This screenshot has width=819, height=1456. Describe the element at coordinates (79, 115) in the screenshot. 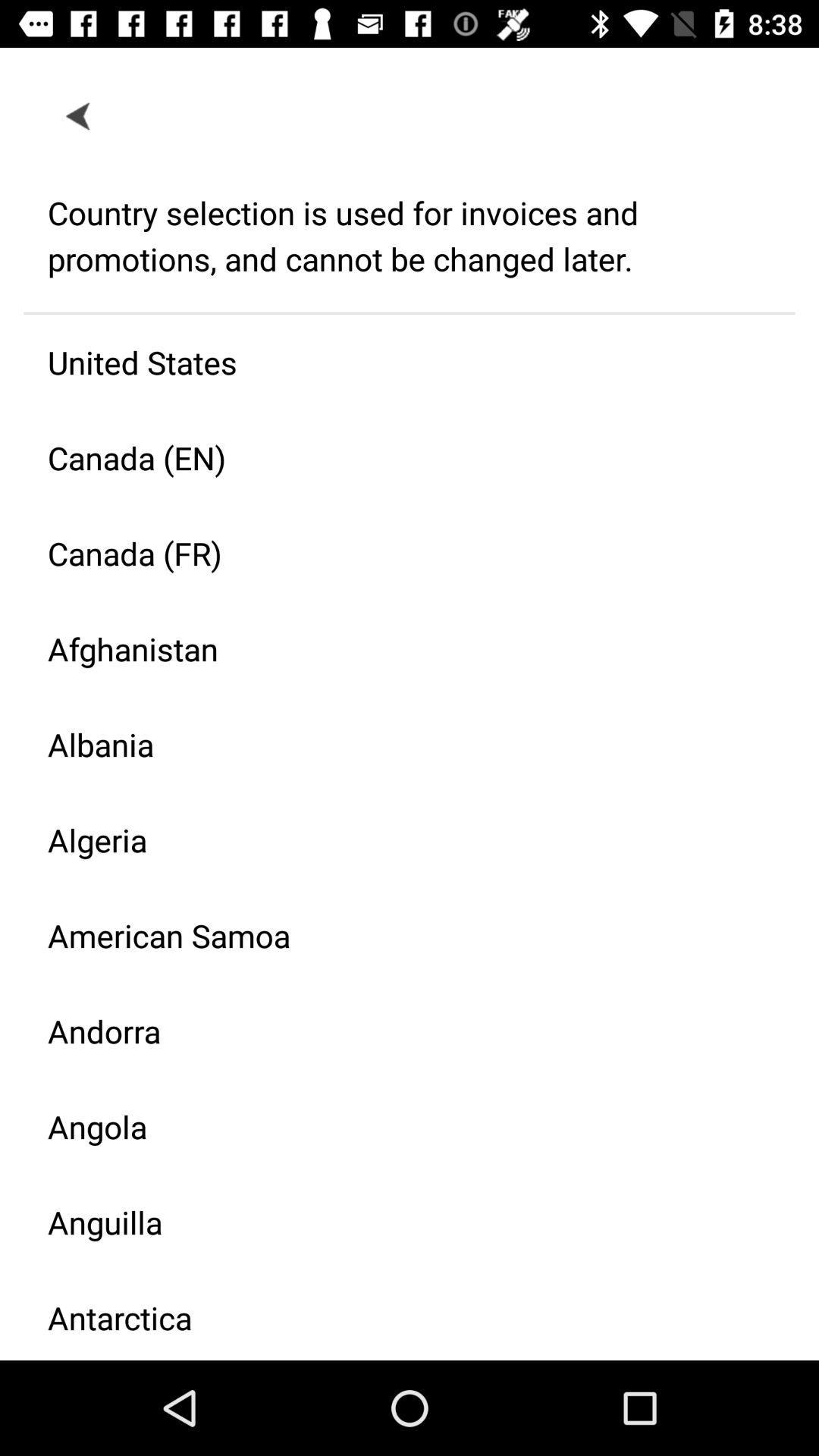

I see `go back` at that location.